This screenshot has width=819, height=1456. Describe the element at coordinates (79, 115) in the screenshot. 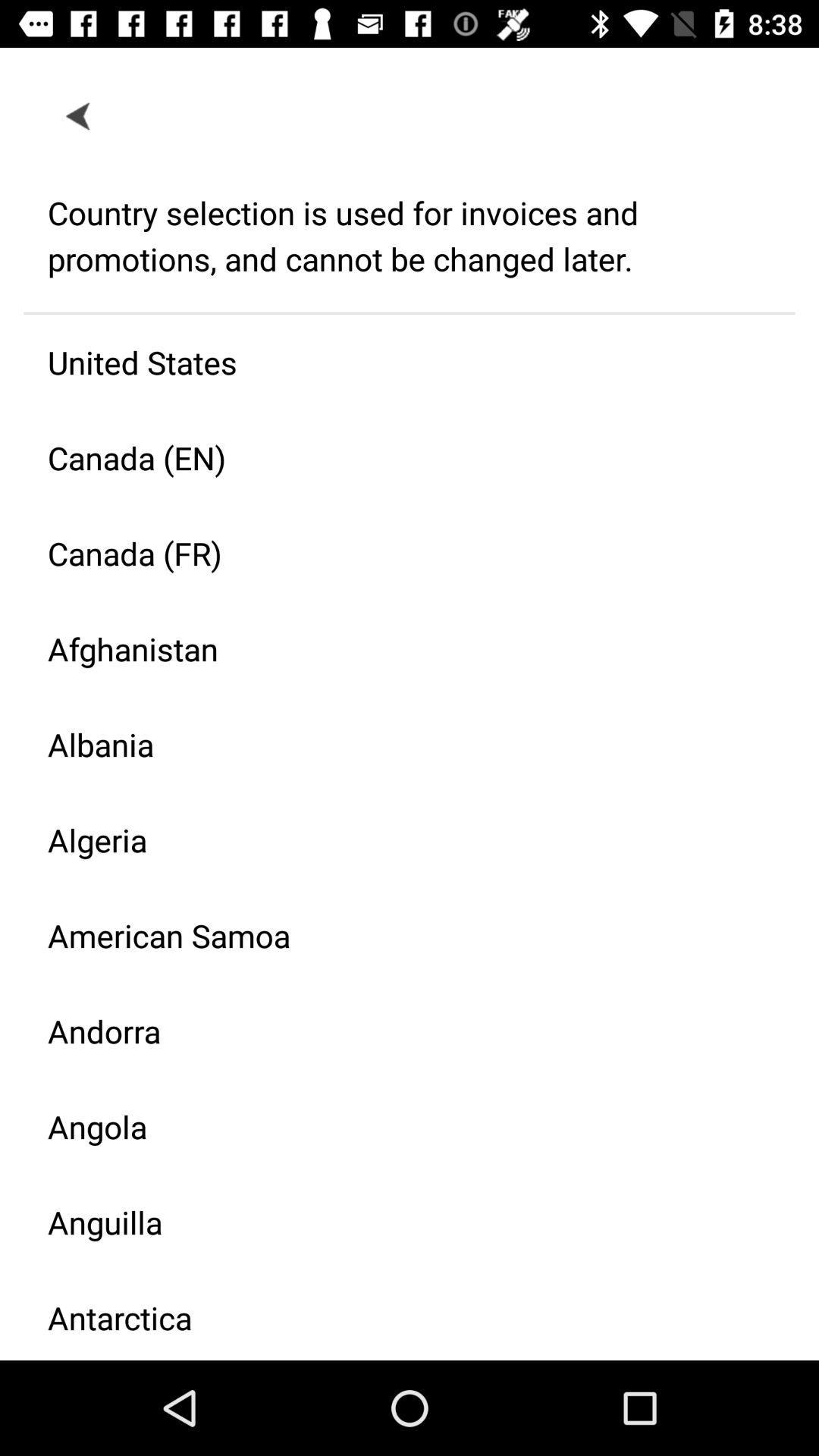

I see `go back` at that location.